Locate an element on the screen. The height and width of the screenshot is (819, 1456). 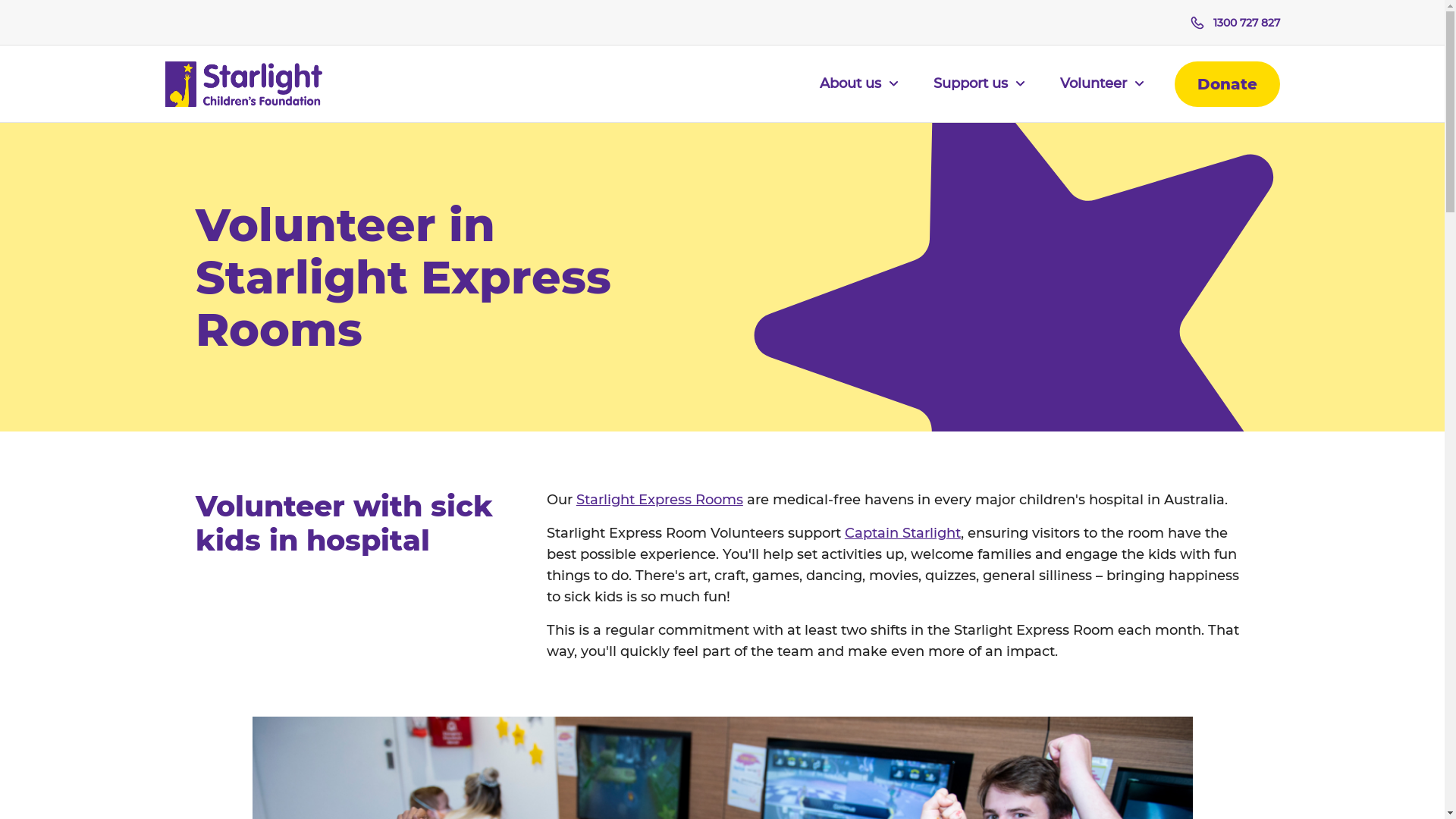
'Support us' is located at coordinates (931, 92).